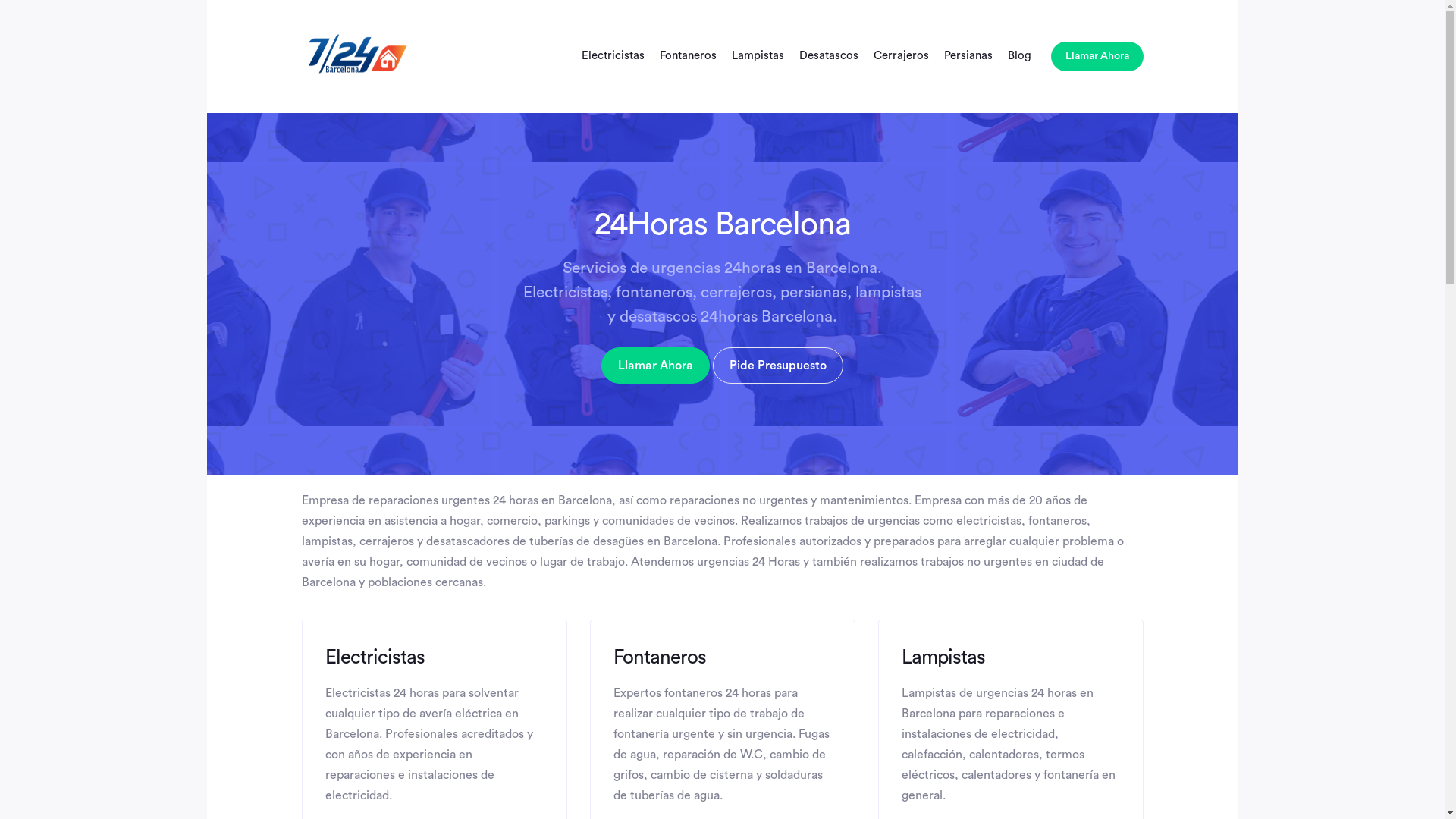 Image resolution: width=1456 pixels, height=819 pixels. Describe the element at coordinates (778, 366) in the screenshot. I see `'Pide Presupuesto'` at that location.